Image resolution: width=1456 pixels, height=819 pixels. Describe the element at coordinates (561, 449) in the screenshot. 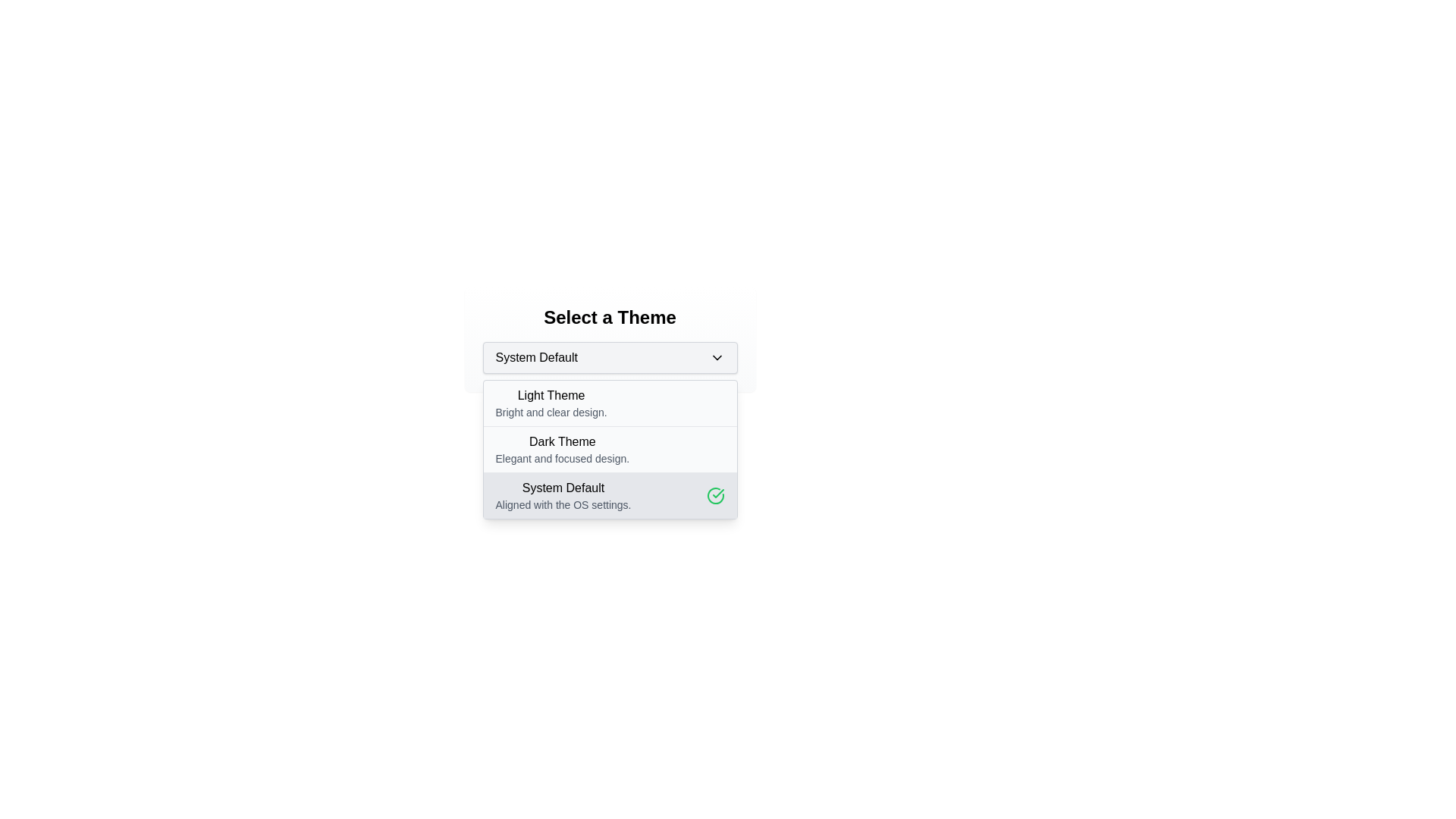

I see `the second entry in the theme selection dropdown, which represents the dark theme option` at that location.